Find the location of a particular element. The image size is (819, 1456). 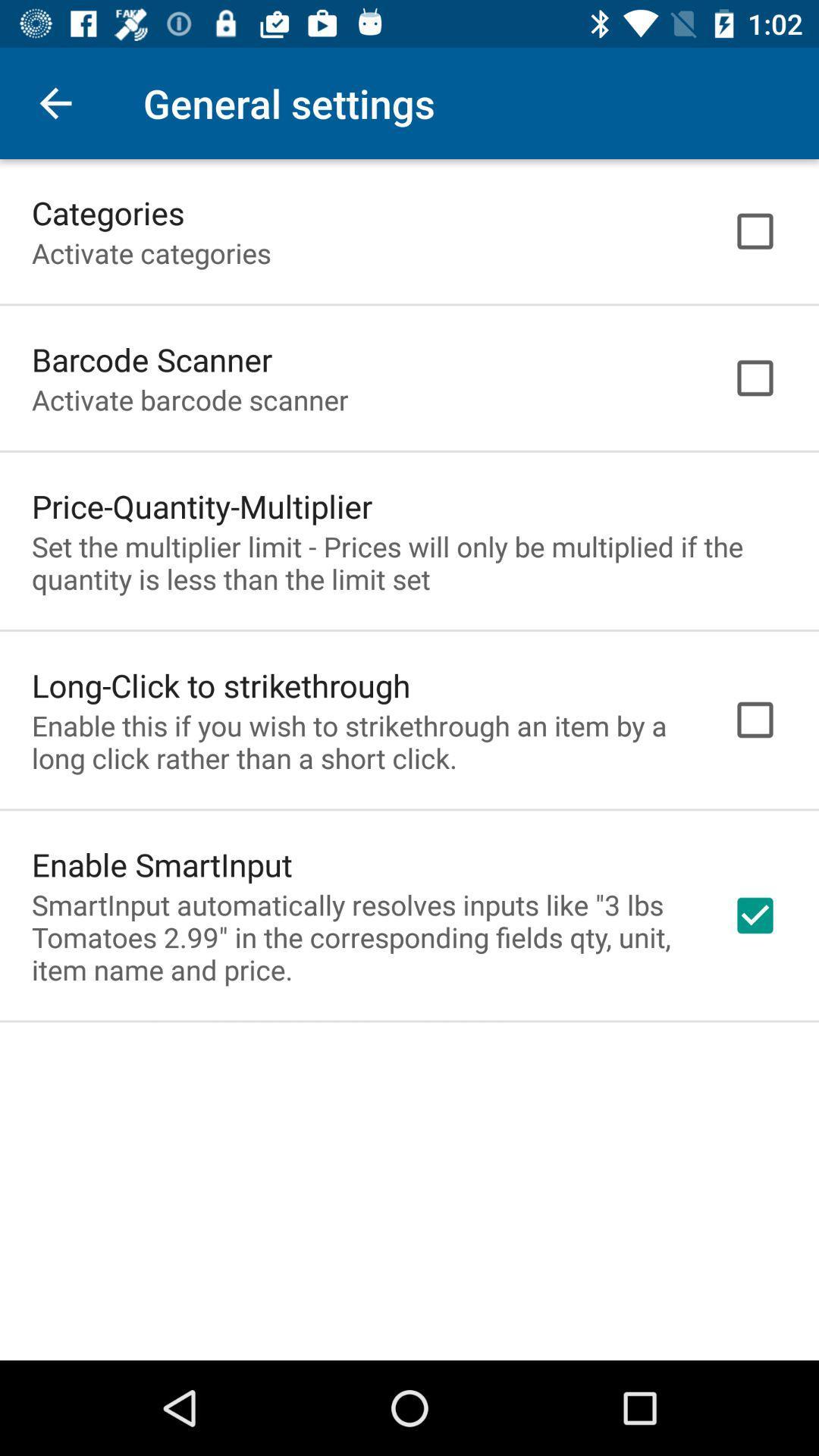

the item above barcode scanner is located at coordinates (151, 253).